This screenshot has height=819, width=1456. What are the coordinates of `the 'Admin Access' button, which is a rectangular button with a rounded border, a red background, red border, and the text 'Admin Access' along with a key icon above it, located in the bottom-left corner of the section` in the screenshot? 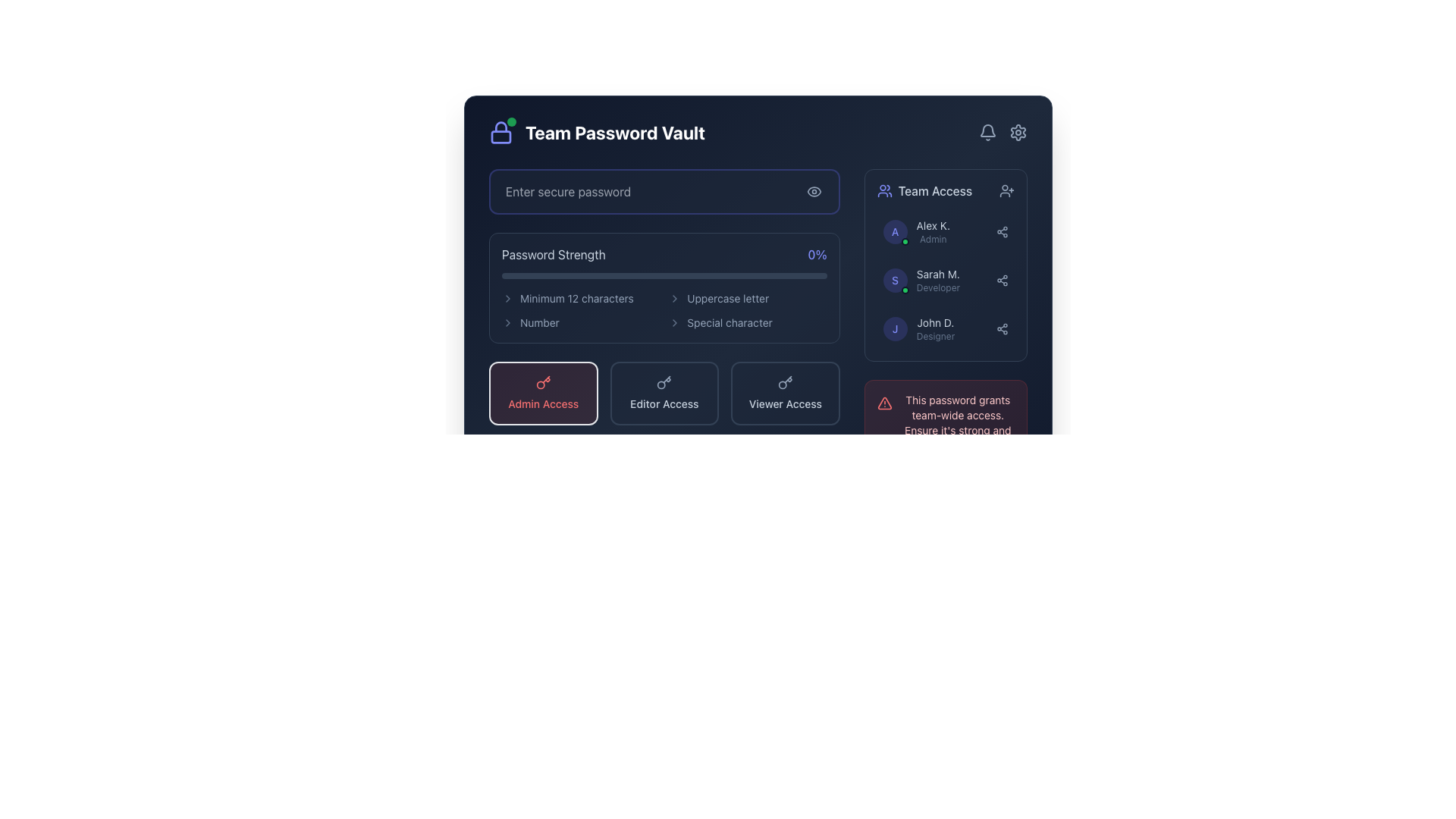 It's located at (543, 393).